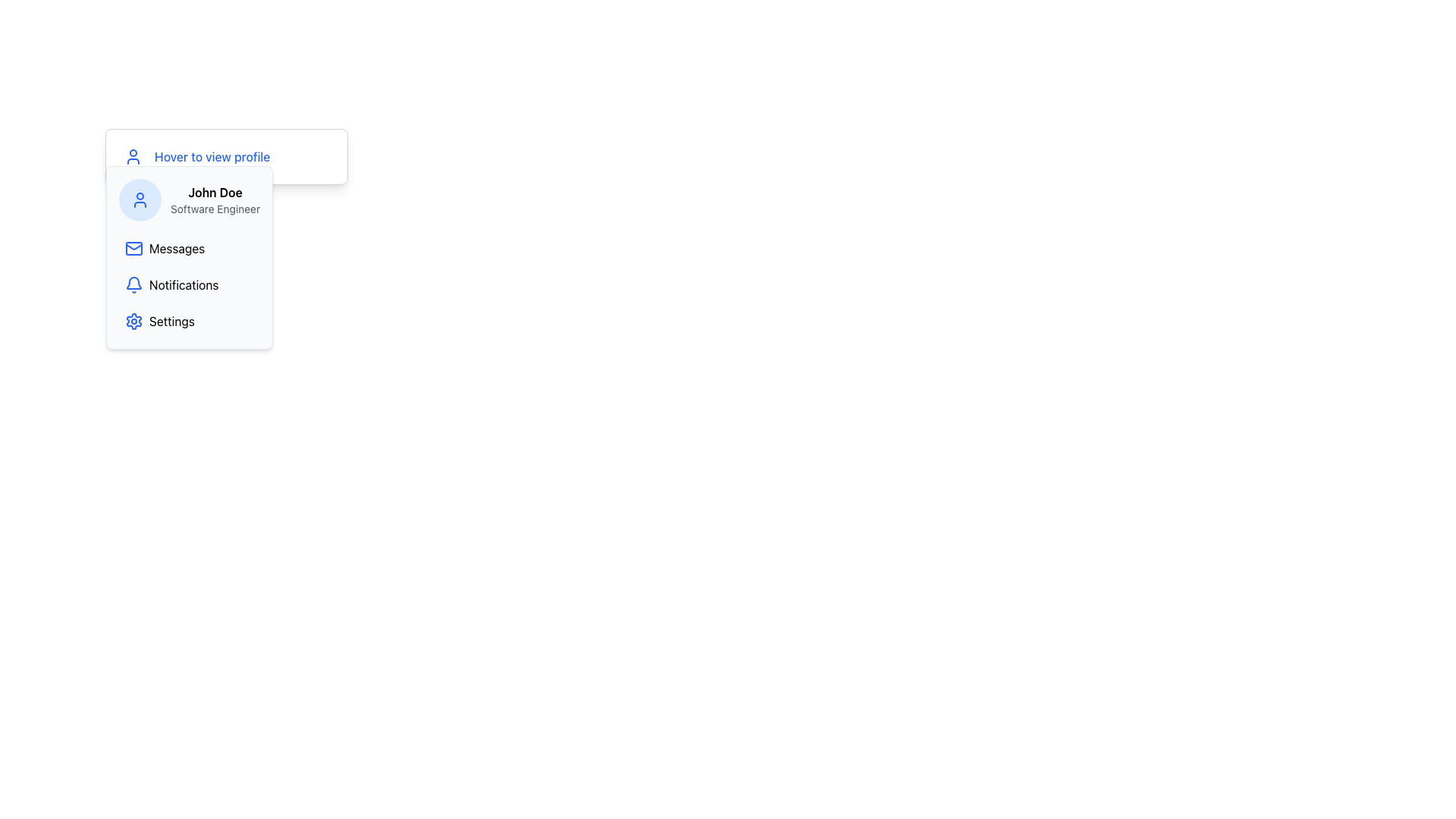  Describe the element at coordinates (133, 157) in the screenshot. I see `the leftmost icon that represents user profile actions, which is located near the top-left corner of the interface` at that location.